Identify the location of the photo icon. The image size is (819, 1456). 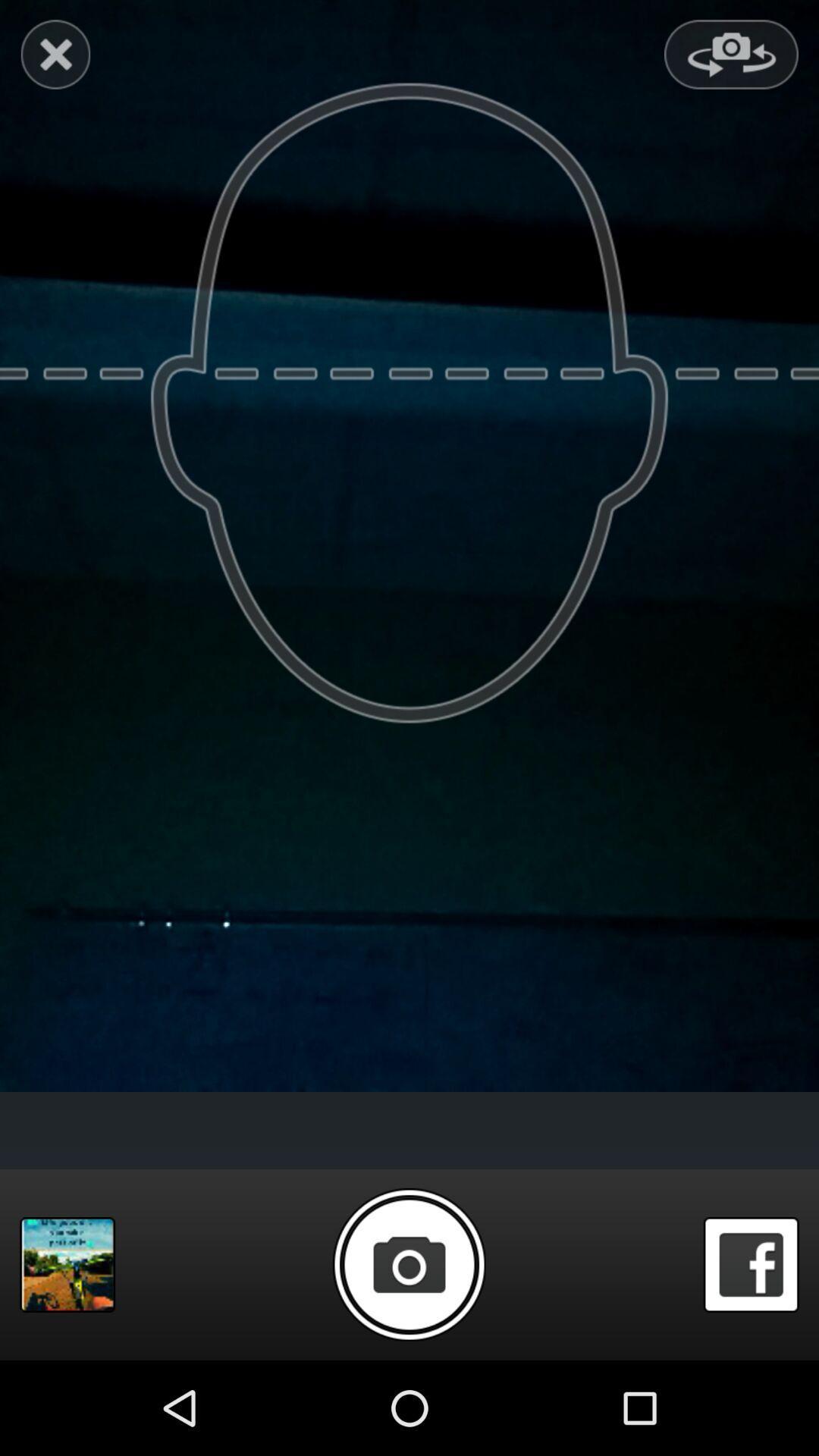
(408, 1353).